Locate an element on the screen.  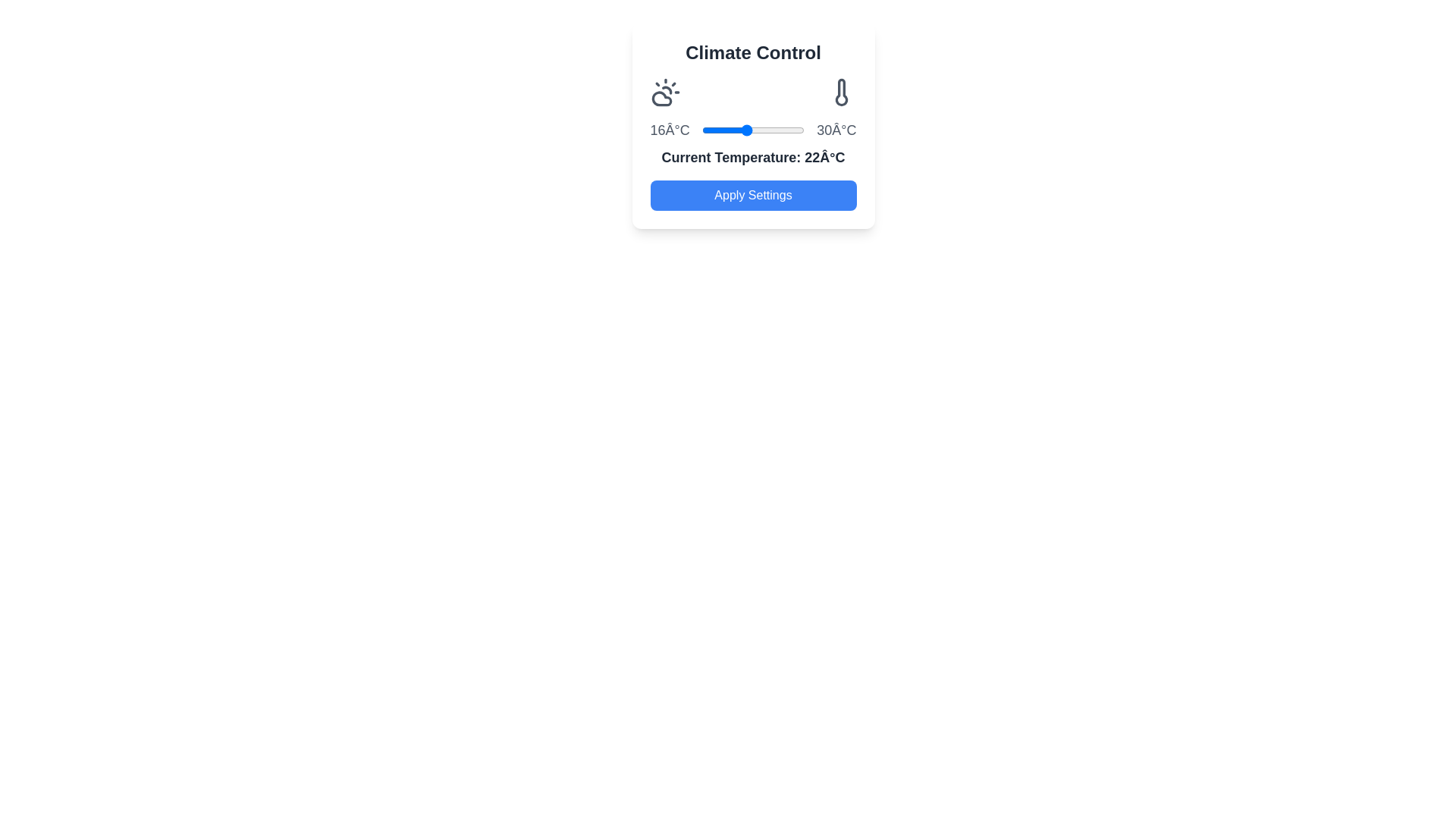
the 'Apply Settings' button, which is a rectangular button with a blue background and white text, located at the bottom of the 'Climate Control' card beneath 'Current Temperature: 22°C' is located at coordinates (753, 195).